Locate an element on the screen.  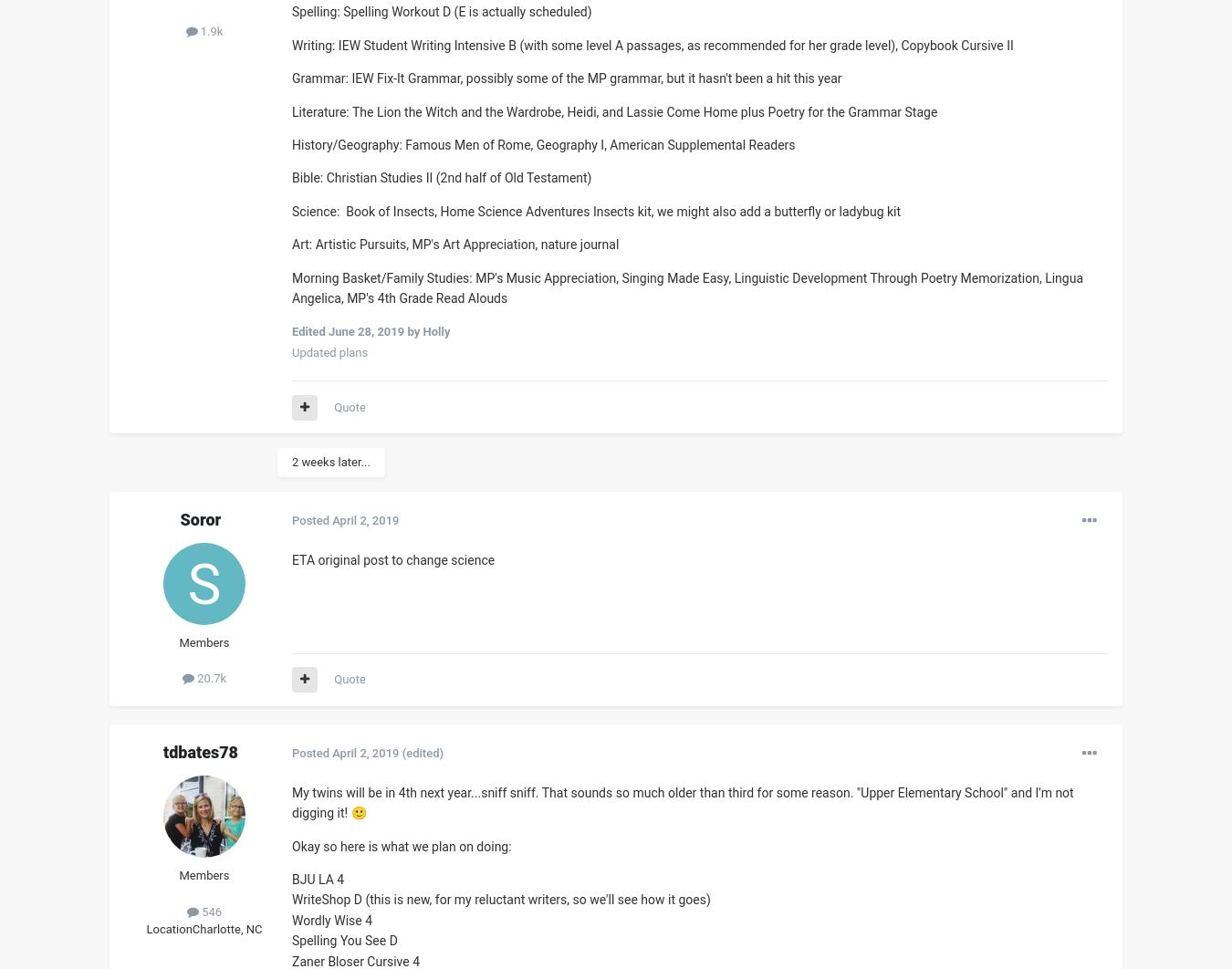
'History/Geography: Famous Men of Rome, Geography I, American Supplemental Readers' is located at coordinates (543, 144).